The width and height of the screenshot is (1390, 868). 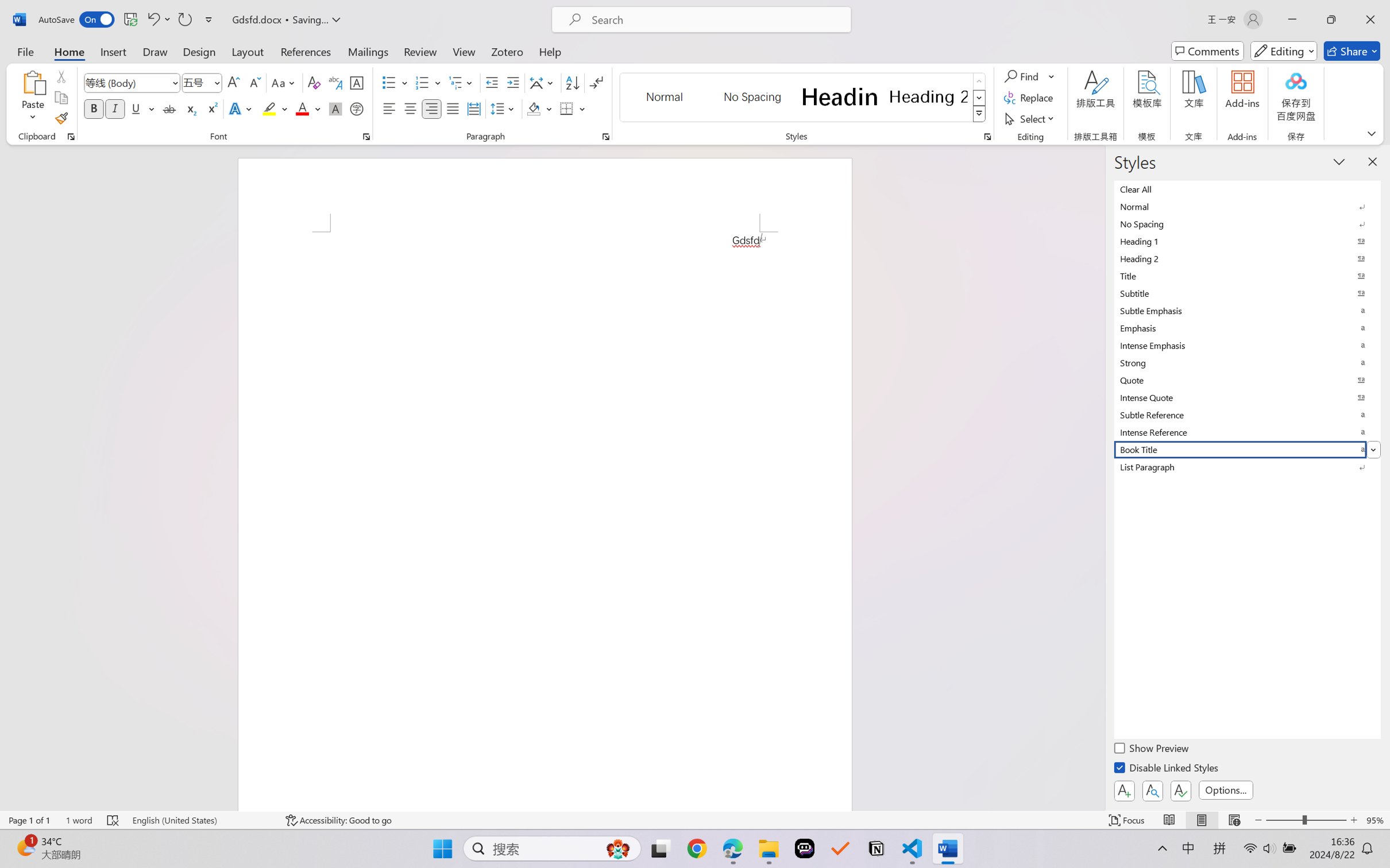 I want to click on 'Page 1 content', so click(x=545, y=521).